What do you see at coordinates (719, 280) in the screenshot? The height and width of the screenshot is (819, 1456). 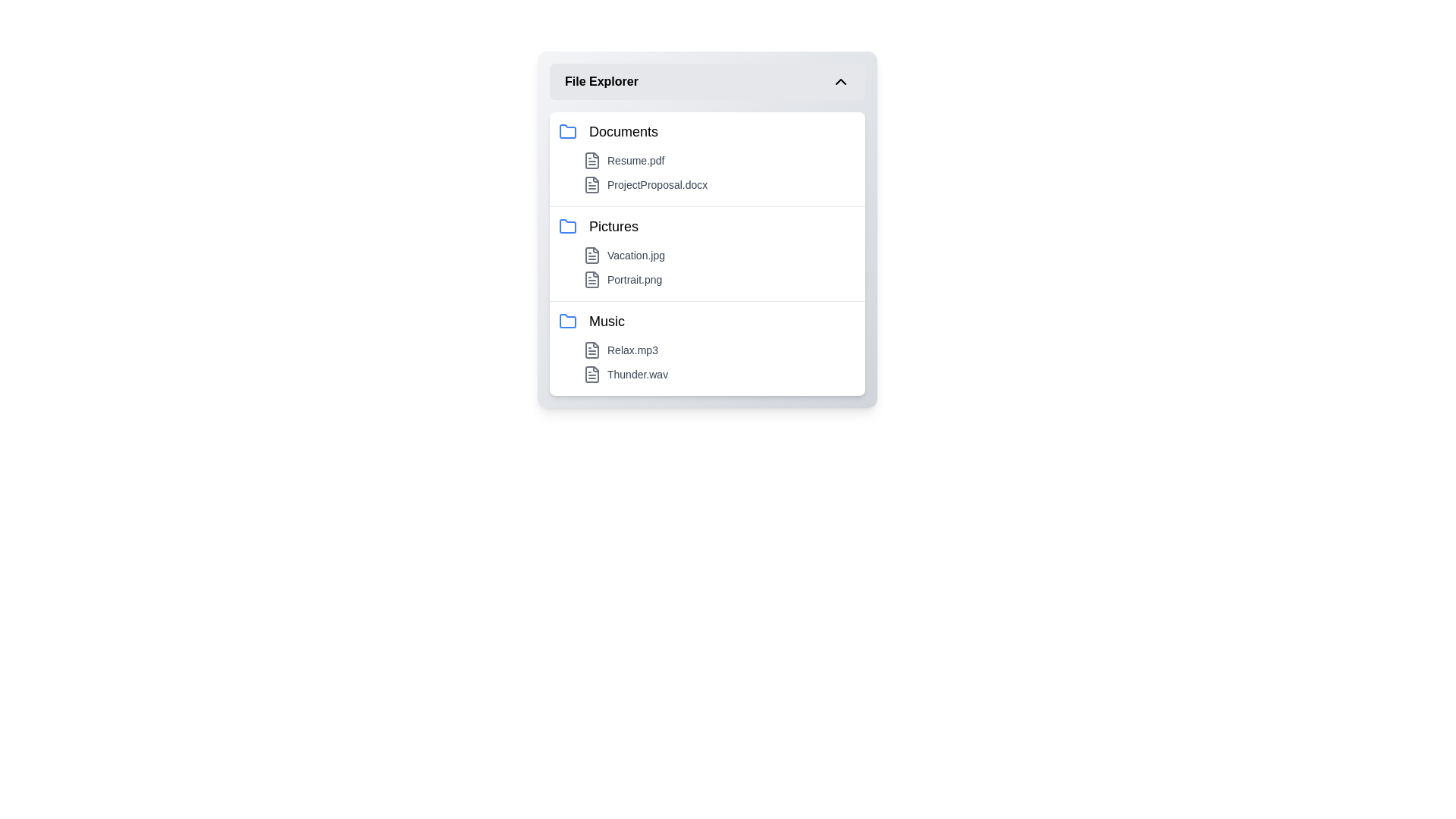 I see `the file named Portrait.png to open it` at bounding box center [719, 280].